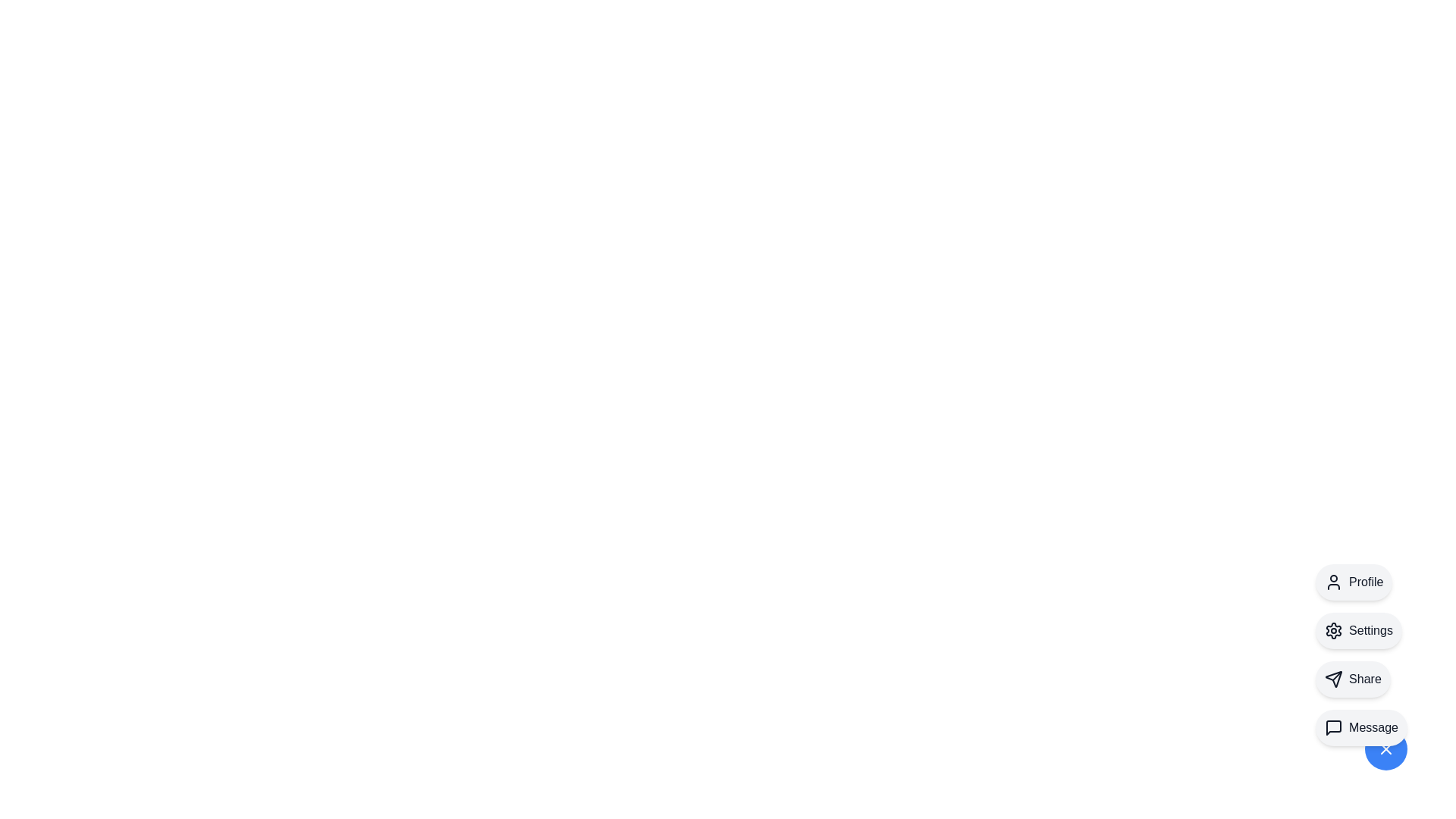  Describe the element at coordinates (1358, 631) in the screenshot. I see `the Settings option from the speed dial` at that location.